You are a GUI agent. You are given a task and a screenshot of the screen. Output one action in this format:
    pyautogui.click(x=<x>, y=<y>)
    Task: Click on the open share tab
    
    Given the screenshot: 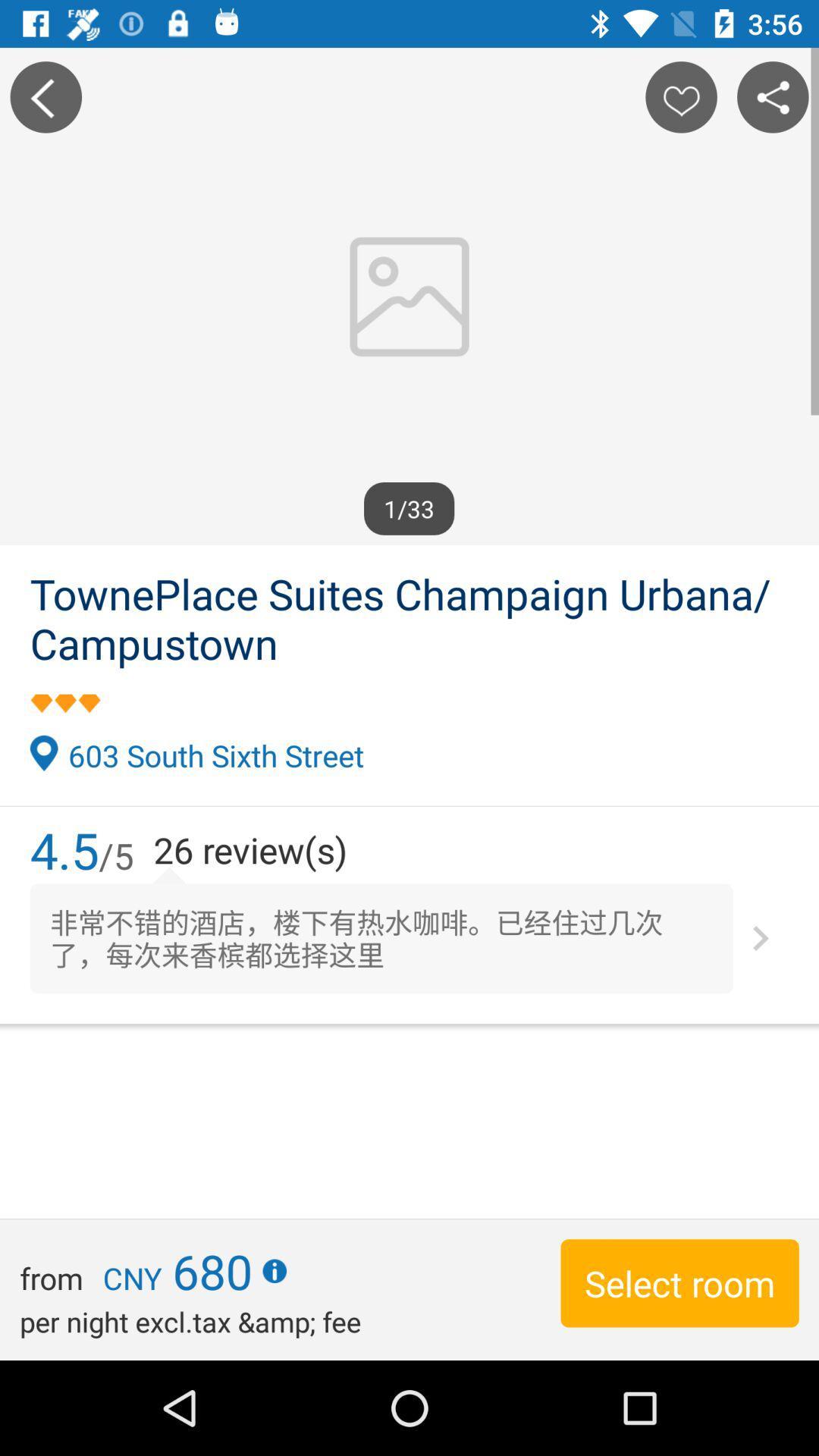 What is the action you would take?
    pyautogui.click(x=773, y=96)
    